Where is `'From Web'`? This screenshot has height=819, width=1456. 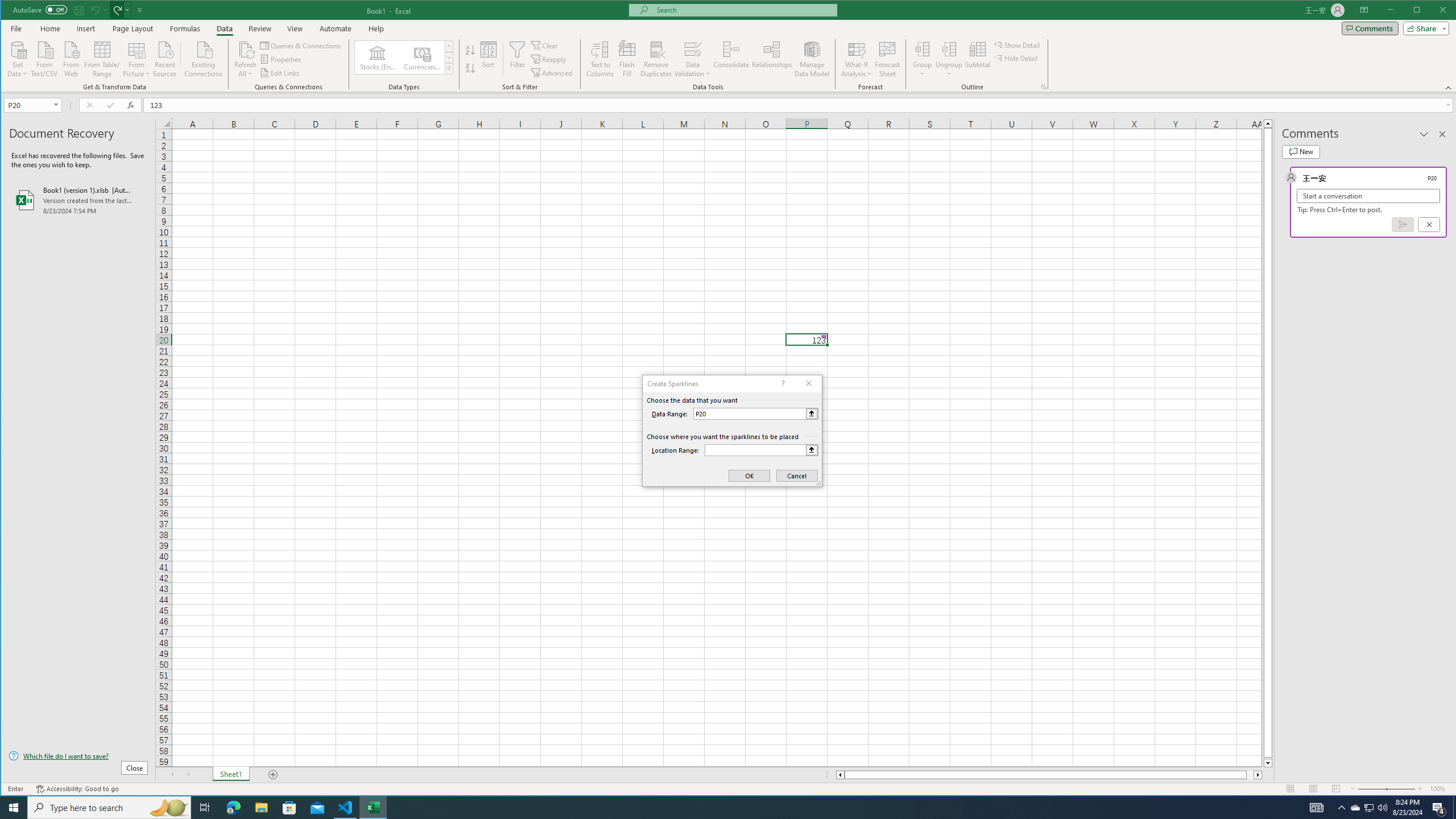
'From Web' is located at coordinates (71, 58).